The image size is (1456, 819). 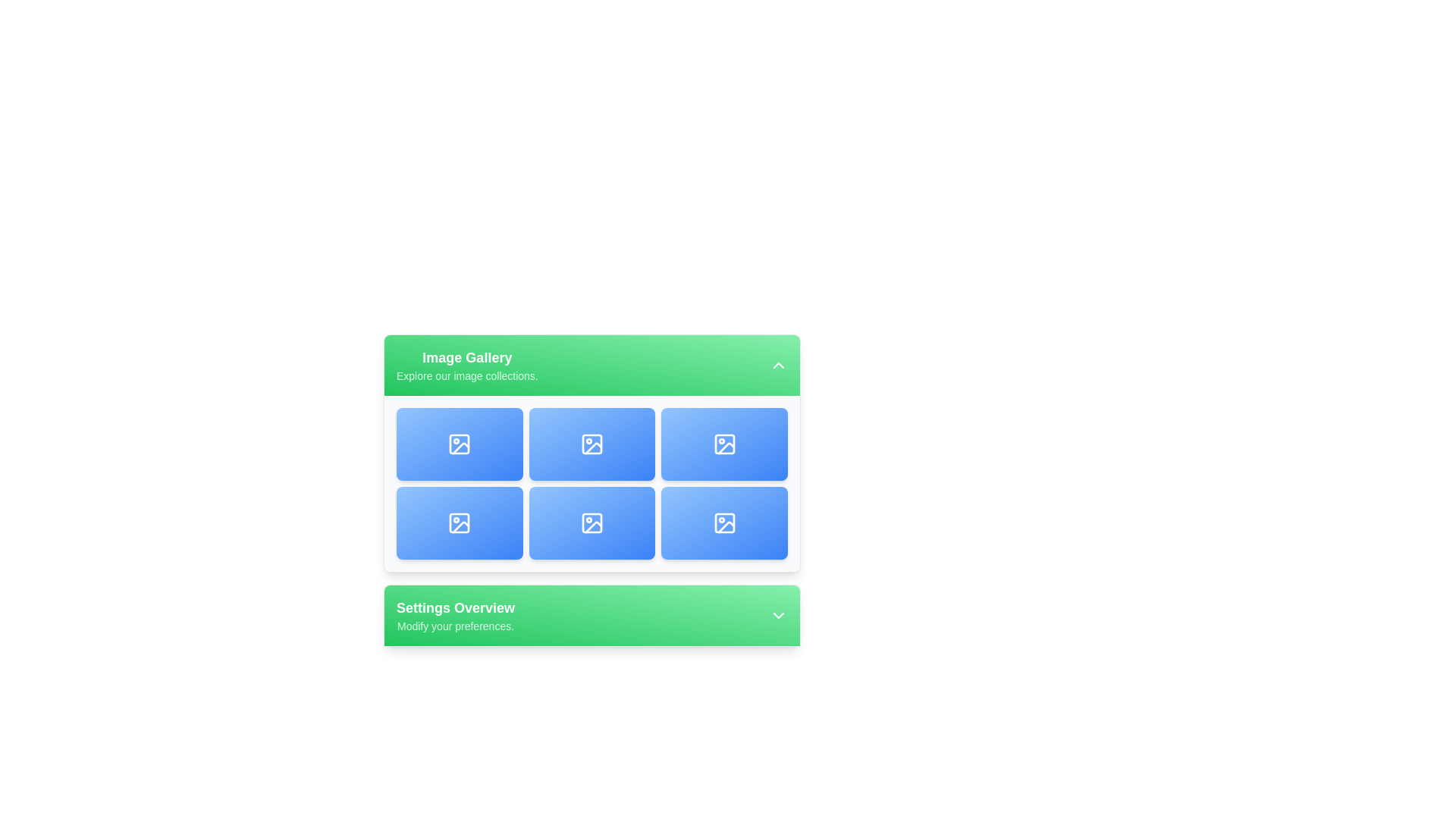 I want to click on the blue rectangular card with a picture frame icon located in the bottom-right corner of the 'Image Gallery' section, so click(x=723, y=522).